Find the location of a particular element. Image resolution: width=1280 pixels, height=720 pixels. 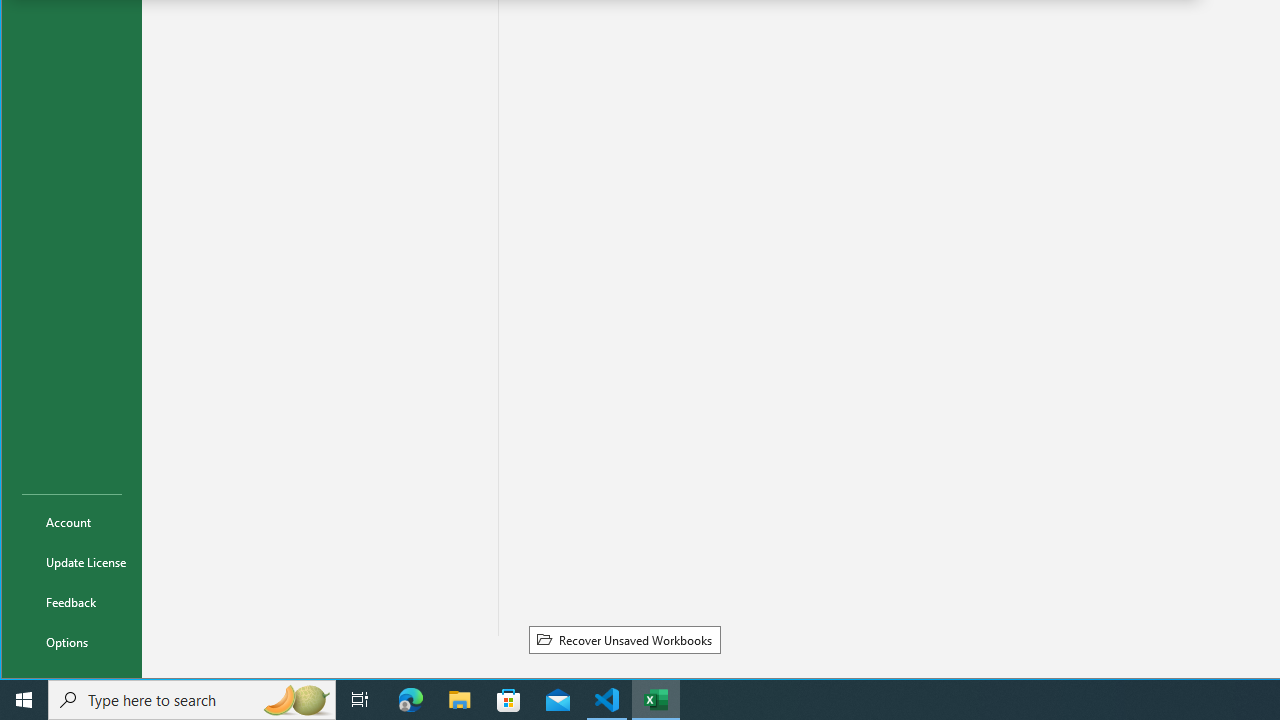

'Update License' is located at coordinates (72, 561).